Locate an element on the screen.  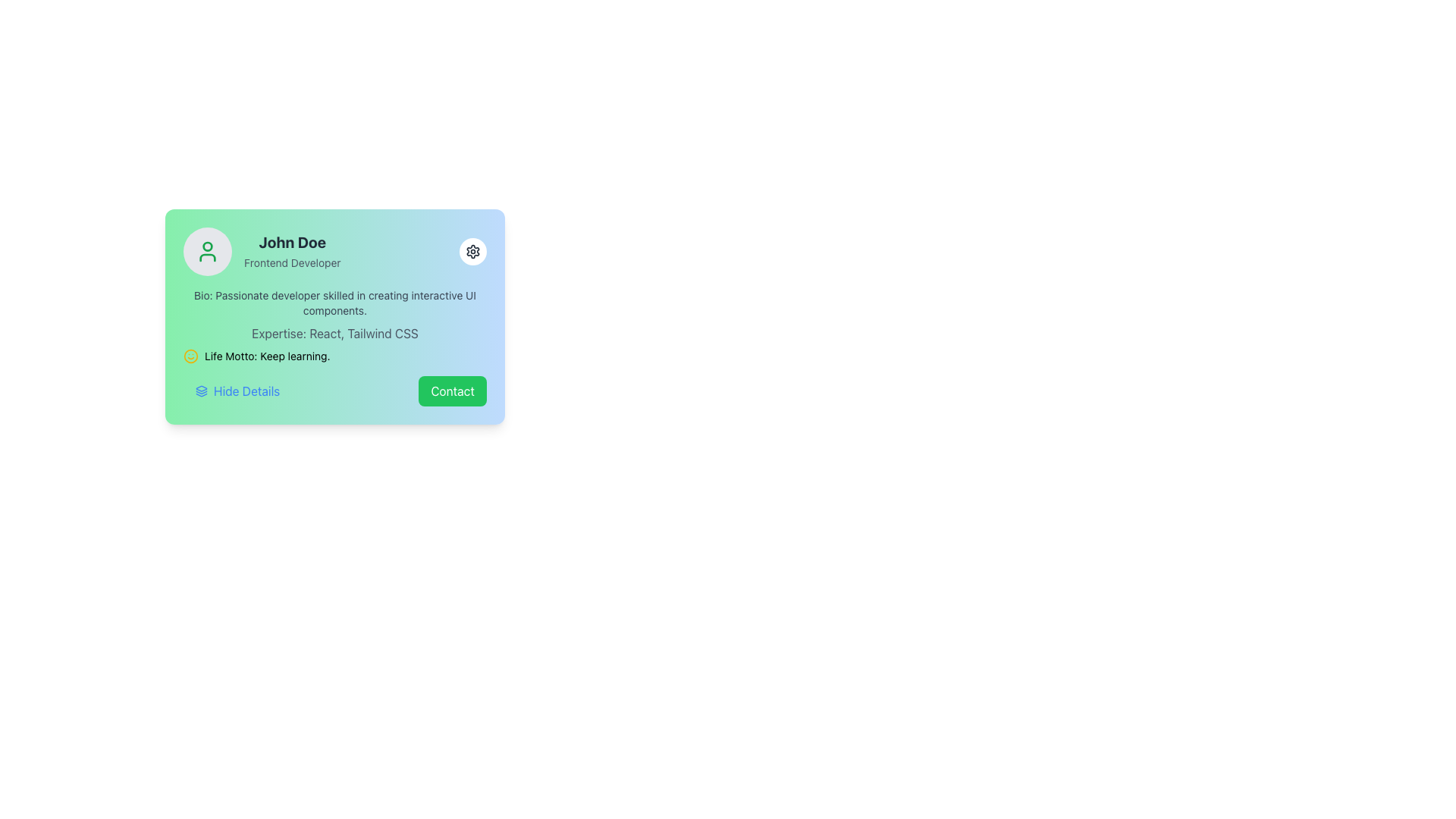
the text label displaying 'Frontend Developer' which is located below 'John Doe' in the profile card is located at coordinates (292, 262).